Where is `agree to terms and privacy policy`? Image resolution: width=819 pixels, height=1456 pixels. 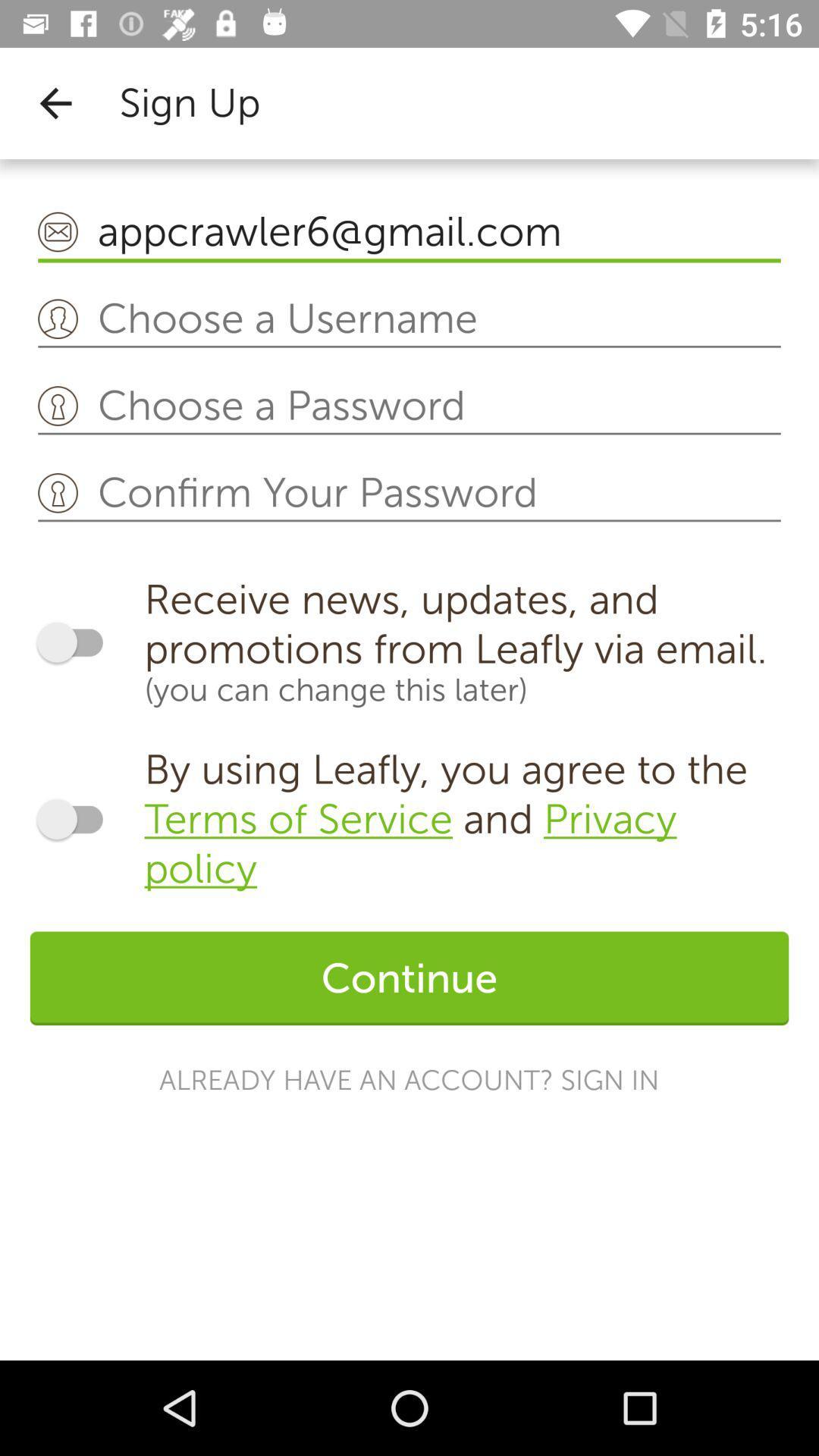
agree to terms and privacy policy is located at coordinates (77, 818).